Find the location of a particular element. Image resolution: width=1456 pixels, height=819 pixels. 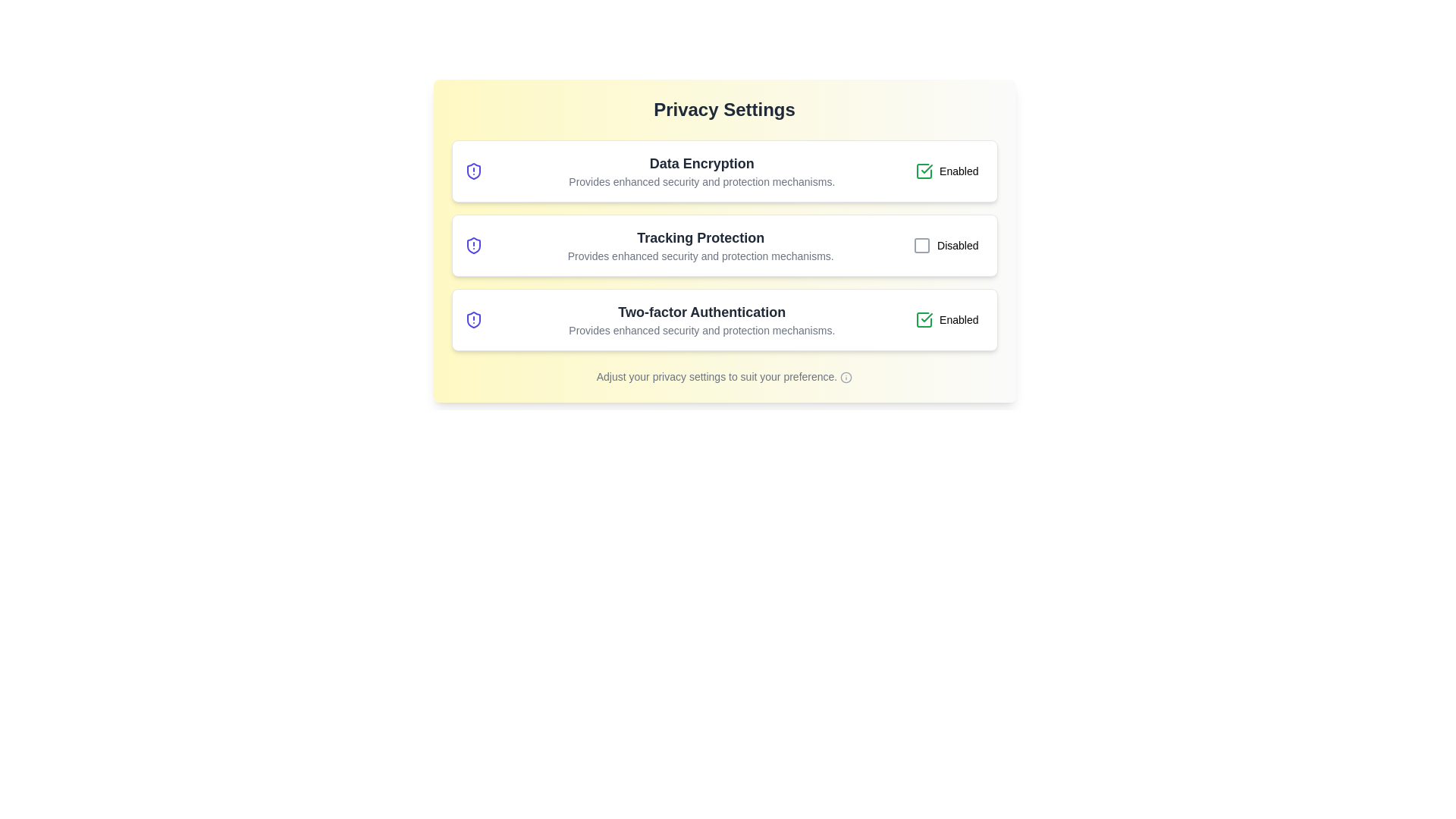

the Indicator icon, which is a green square with rounded corners containing a checkmark, located in the first row under 'Privacy Settings' and aligned with 'Enabled' is located at coordinates (924, 318).